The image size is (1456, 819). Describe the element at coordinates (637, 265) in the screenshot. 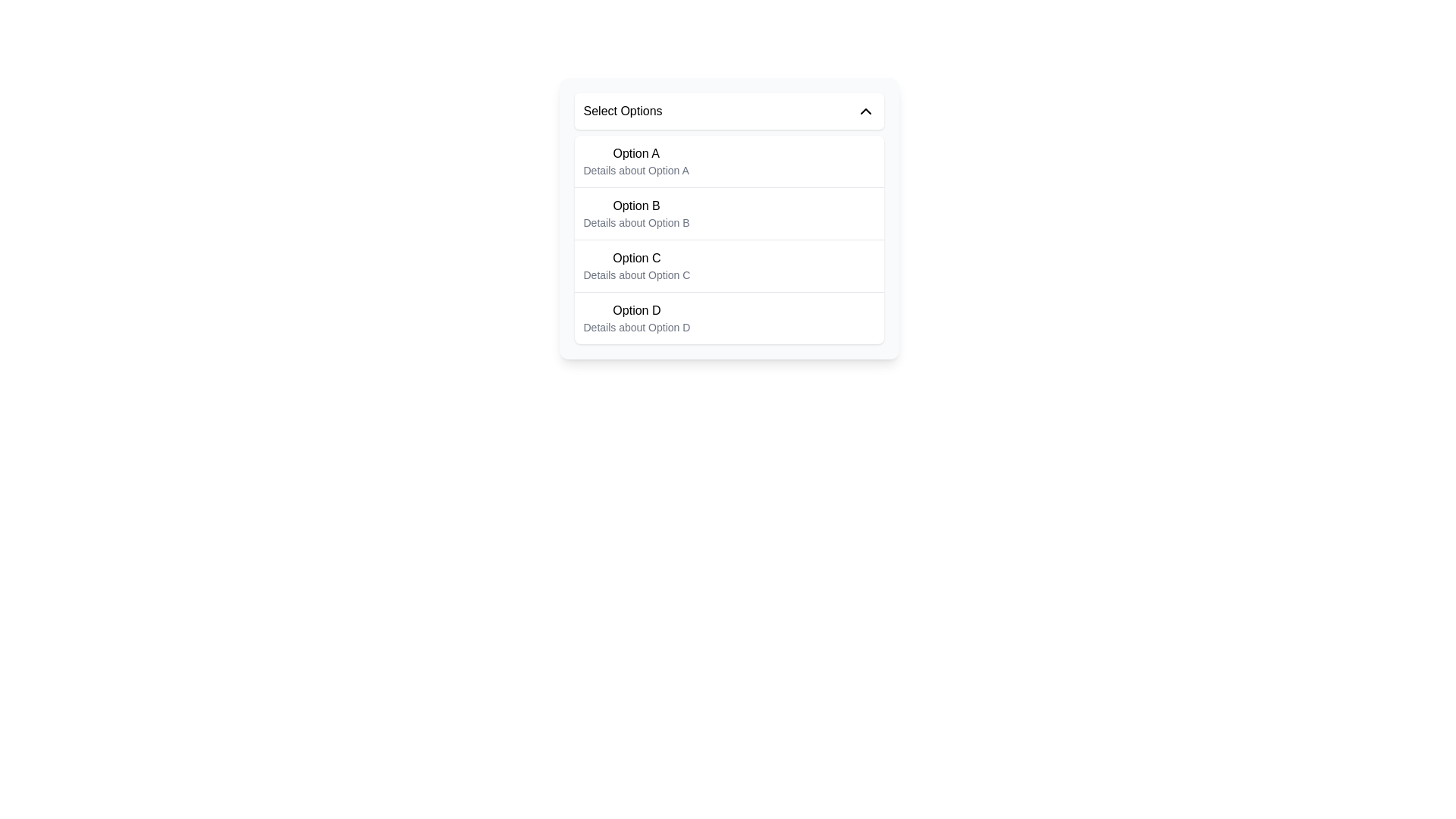

I see `the dropdown option item labeled 'Option C' which displays 'Details about Option C' in smaller gray text underneath` at that location.